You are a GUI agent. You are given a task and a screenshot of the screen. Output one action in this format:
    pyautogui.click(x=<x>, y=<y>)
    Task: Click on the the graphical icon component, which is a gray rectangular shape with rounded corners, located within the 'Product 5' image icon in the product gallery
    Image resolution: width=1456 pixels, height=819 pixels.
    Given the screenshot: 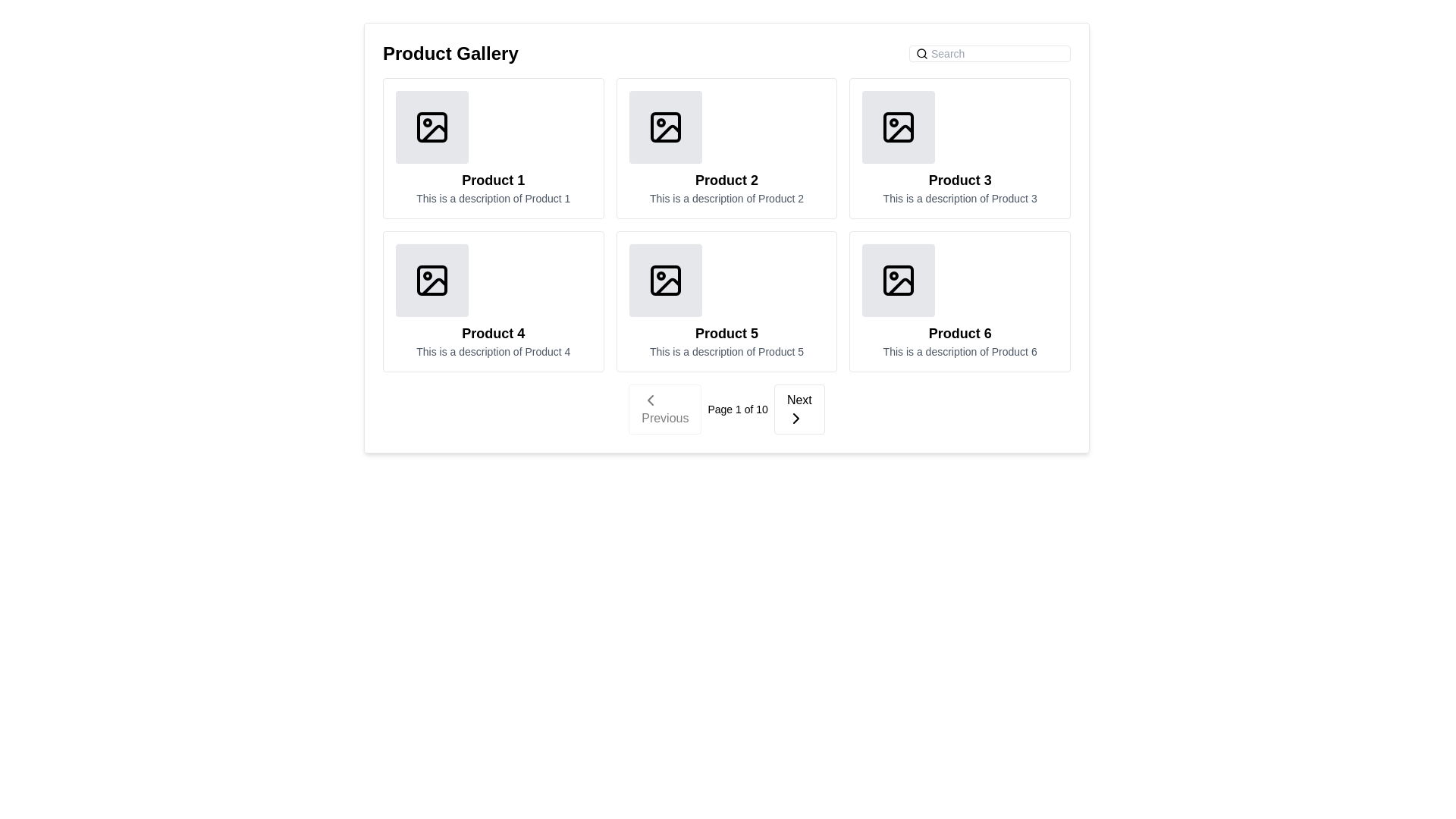 What is the action you would take?
    pyautogui.click(x=665, y=281)
    